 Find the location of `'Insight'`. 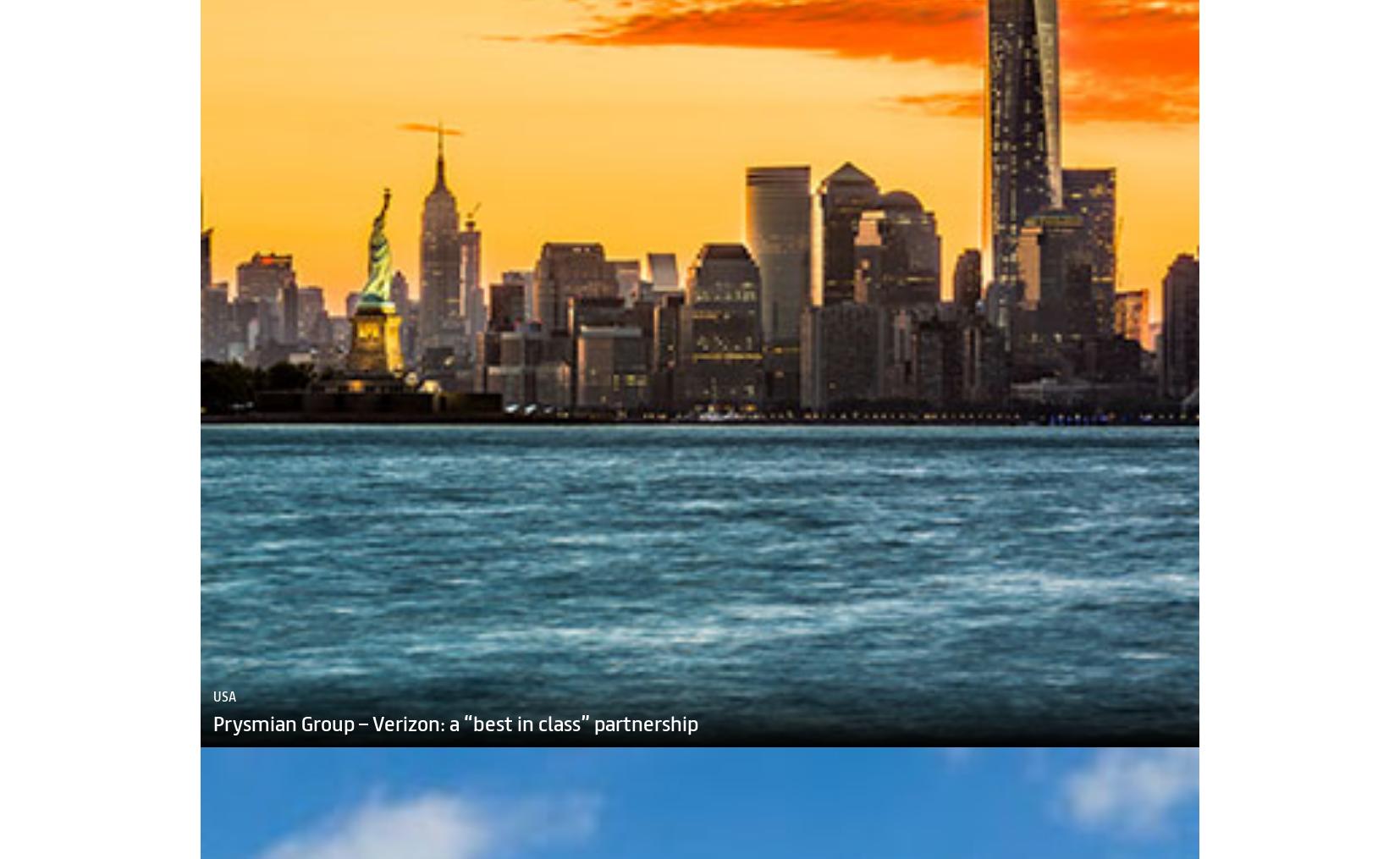

'Insight' is located at coordinates (511, 850).